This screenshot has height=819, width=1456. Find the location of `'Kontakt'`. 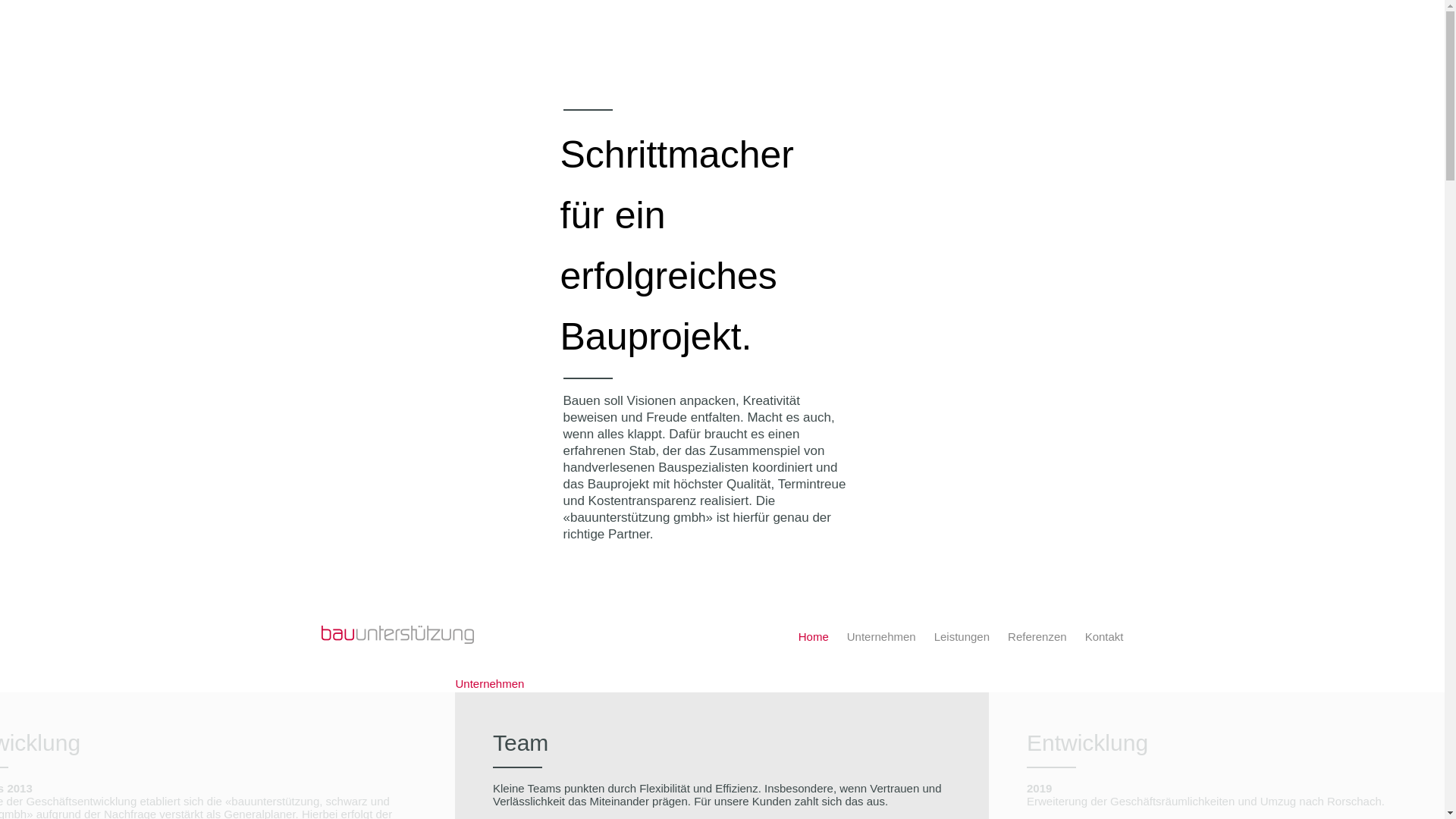

'Kontakt' is located at coordinates (1084, 636).